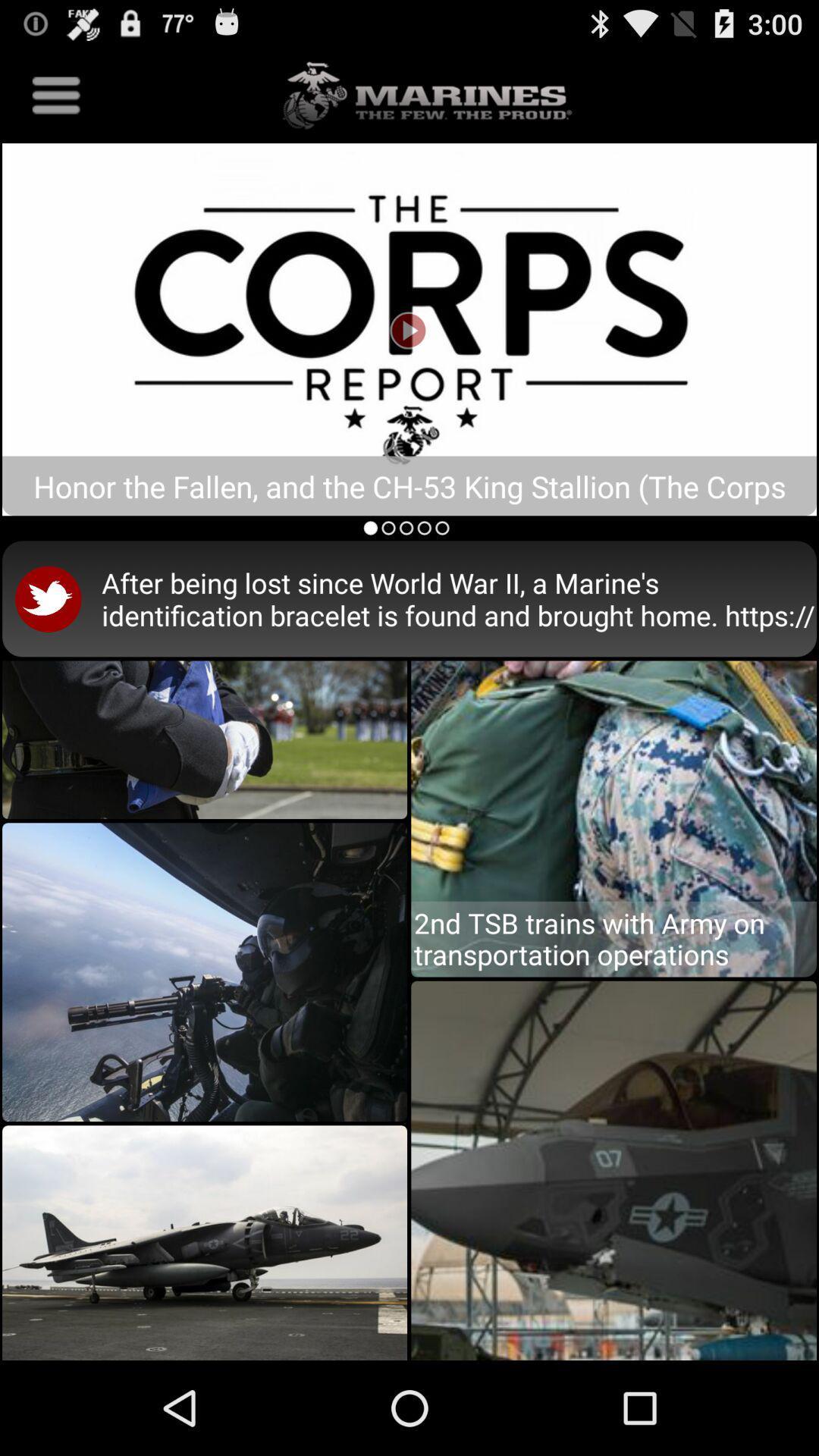 The height and width of the screenshot is (1456, 819). What do you see at coordinates (75, 1125) in the screenshot?
I see `the star icon` at bounding box center [75, 1125].